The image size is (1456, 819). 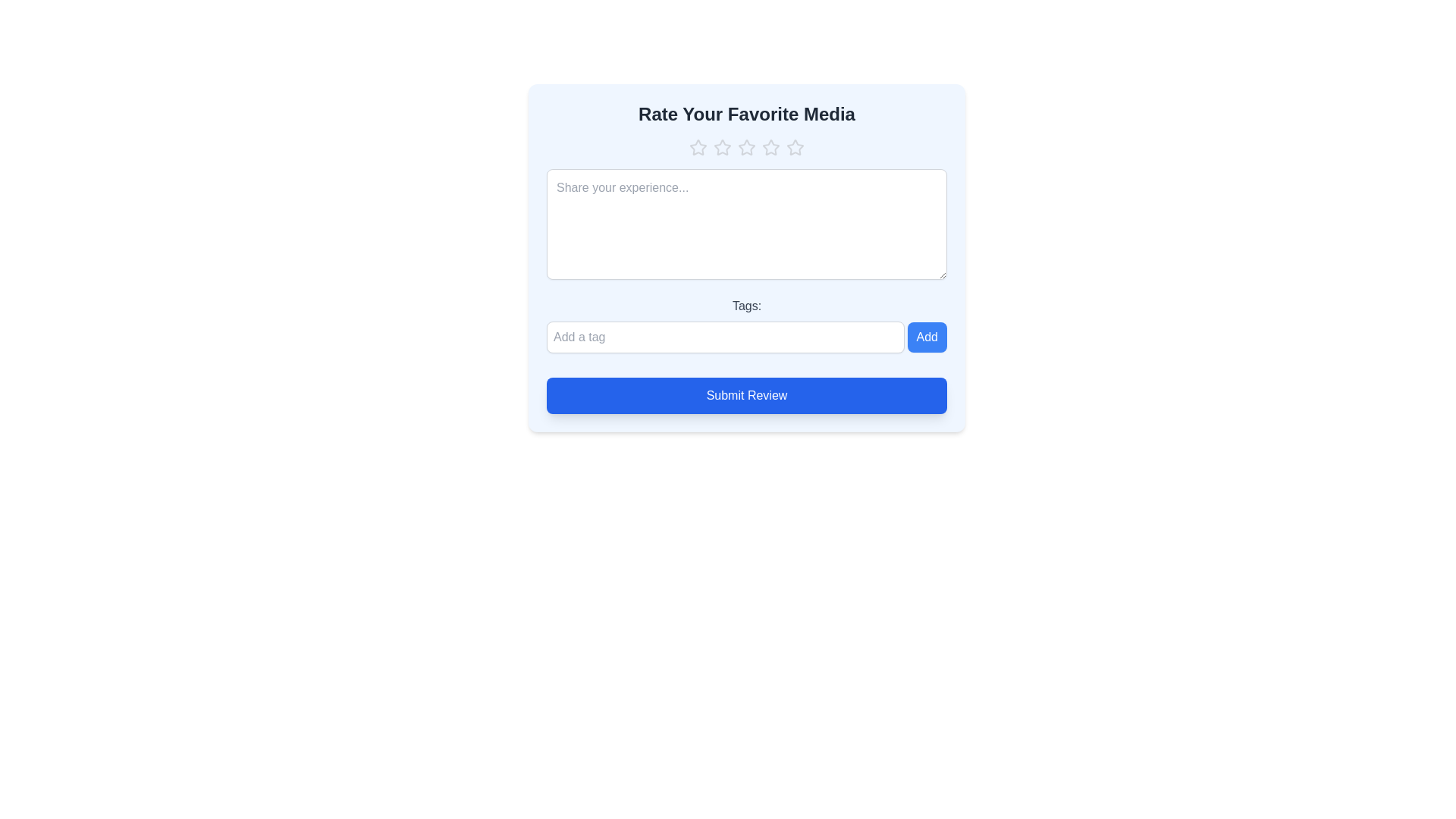 I want to click on the third star icon from the left, so click(x=746, y=148).